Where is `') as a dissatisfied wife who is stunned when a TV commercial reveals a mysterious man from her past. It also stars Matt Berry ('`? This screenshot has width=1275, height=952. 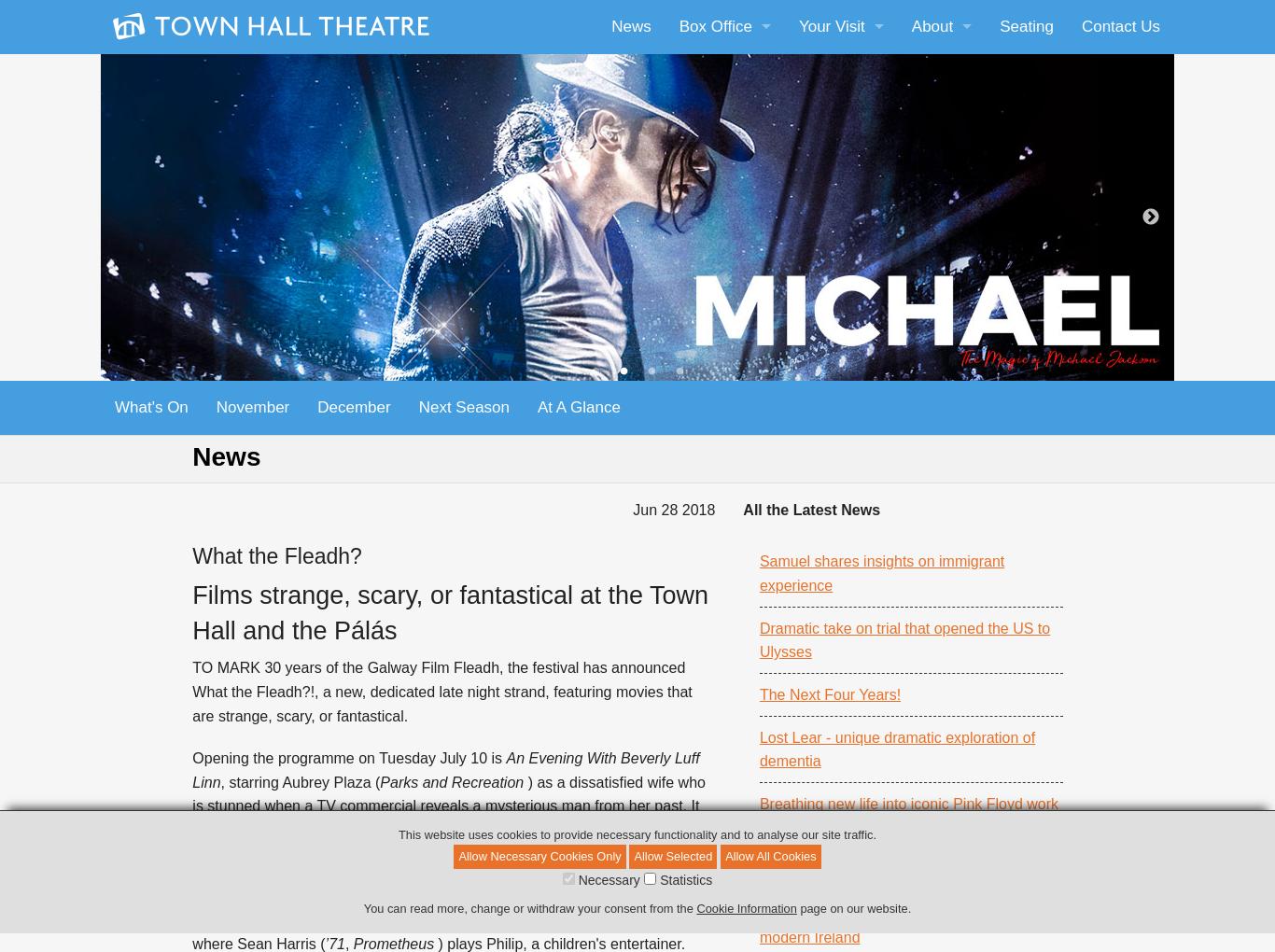 ') as a dissatisfied wife who is stunned when a TV commercial reveals a mysterious man from her past. It also stars Matt Berry (' is located at coordinates (190, 805).